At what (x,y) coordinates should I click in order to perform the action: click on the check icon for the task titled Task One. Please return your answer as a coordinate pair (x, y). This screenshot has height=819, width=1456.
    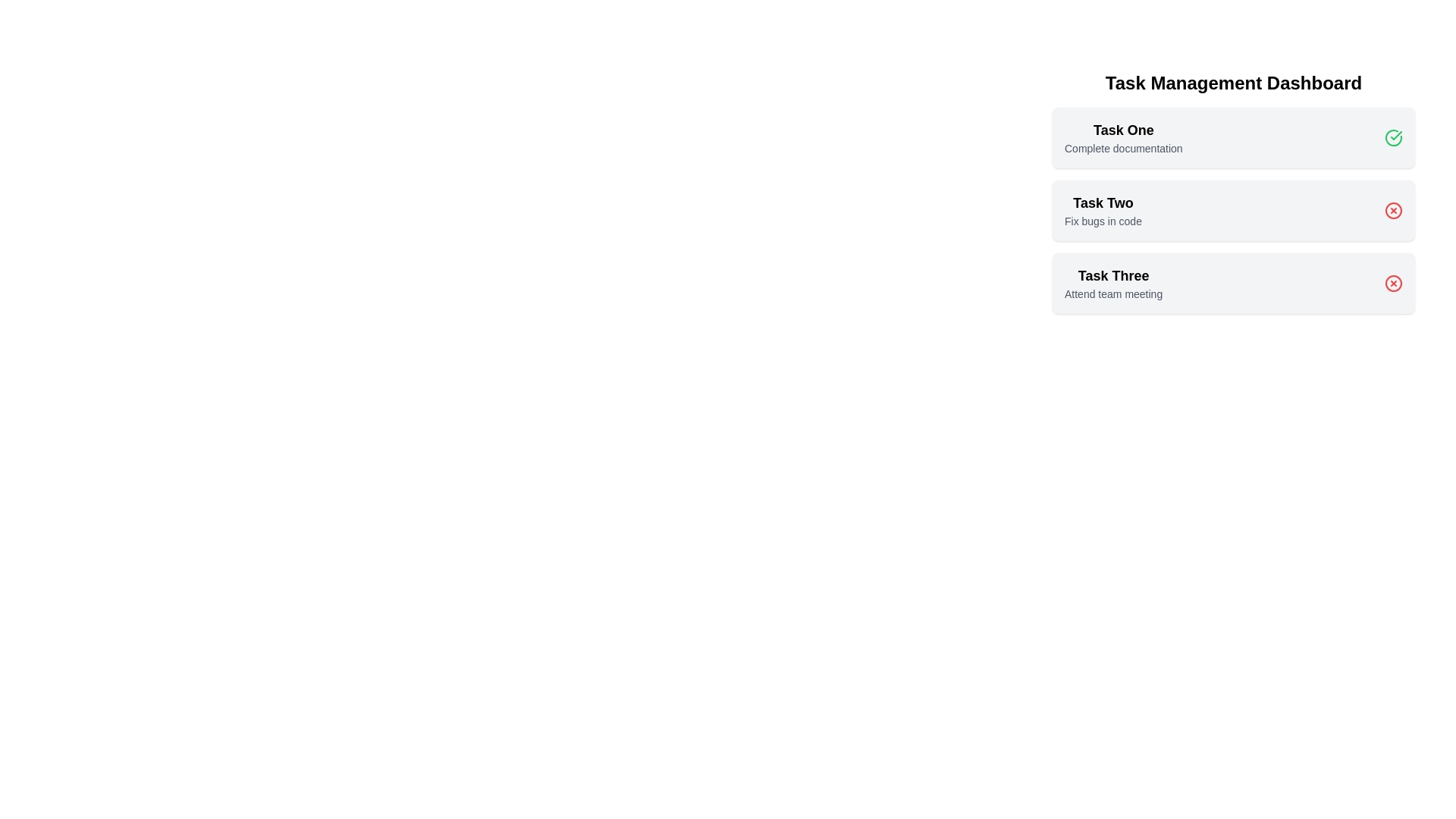
    Looking at the image, I should click on (1394, 137).